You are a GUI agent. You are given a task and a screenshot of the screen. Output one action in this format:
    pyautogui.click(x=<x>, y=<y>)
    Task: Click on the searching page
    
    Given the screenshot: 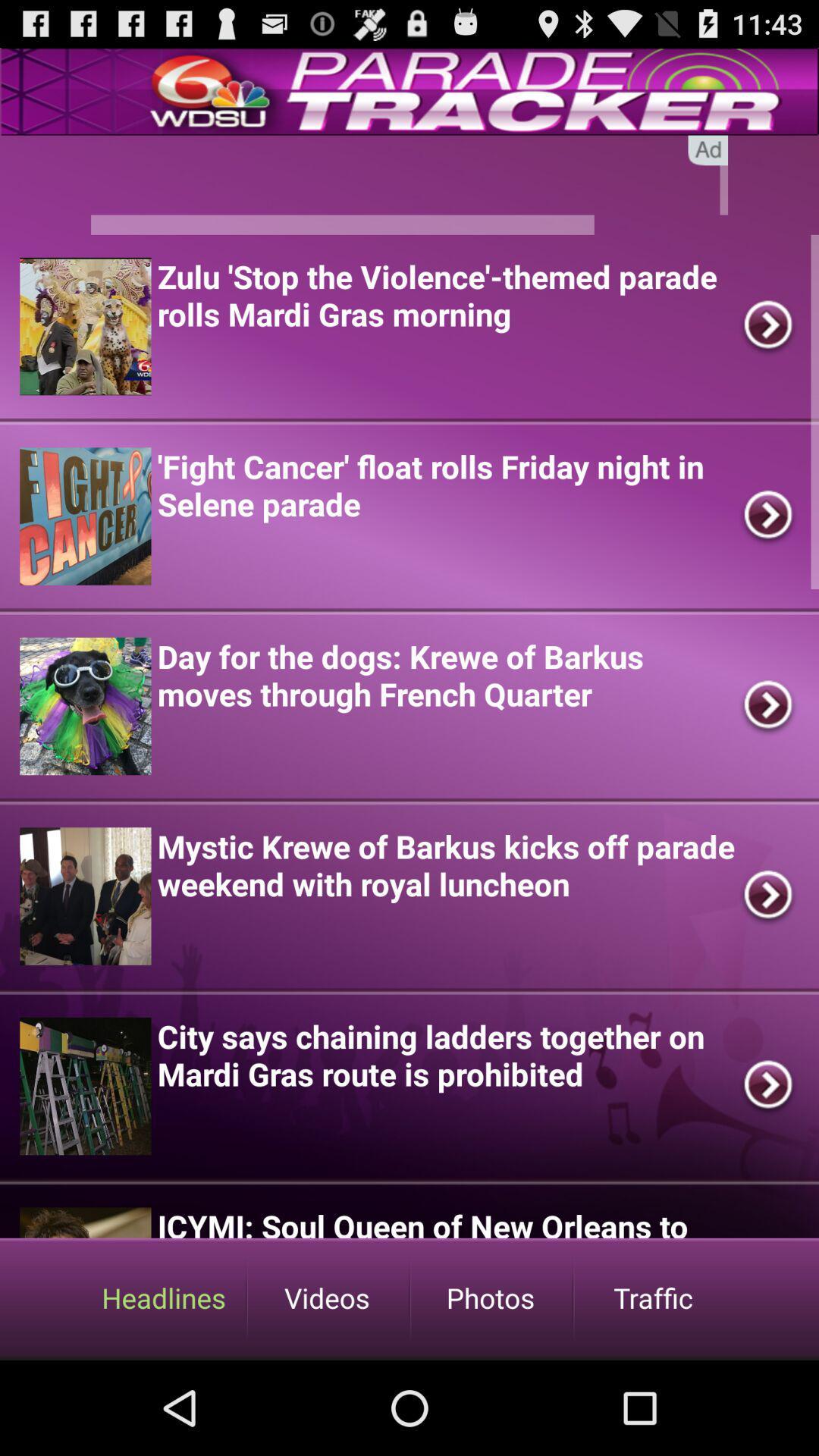 What is the action you would take?
    pyautogui.click(x=409, y=184)
    